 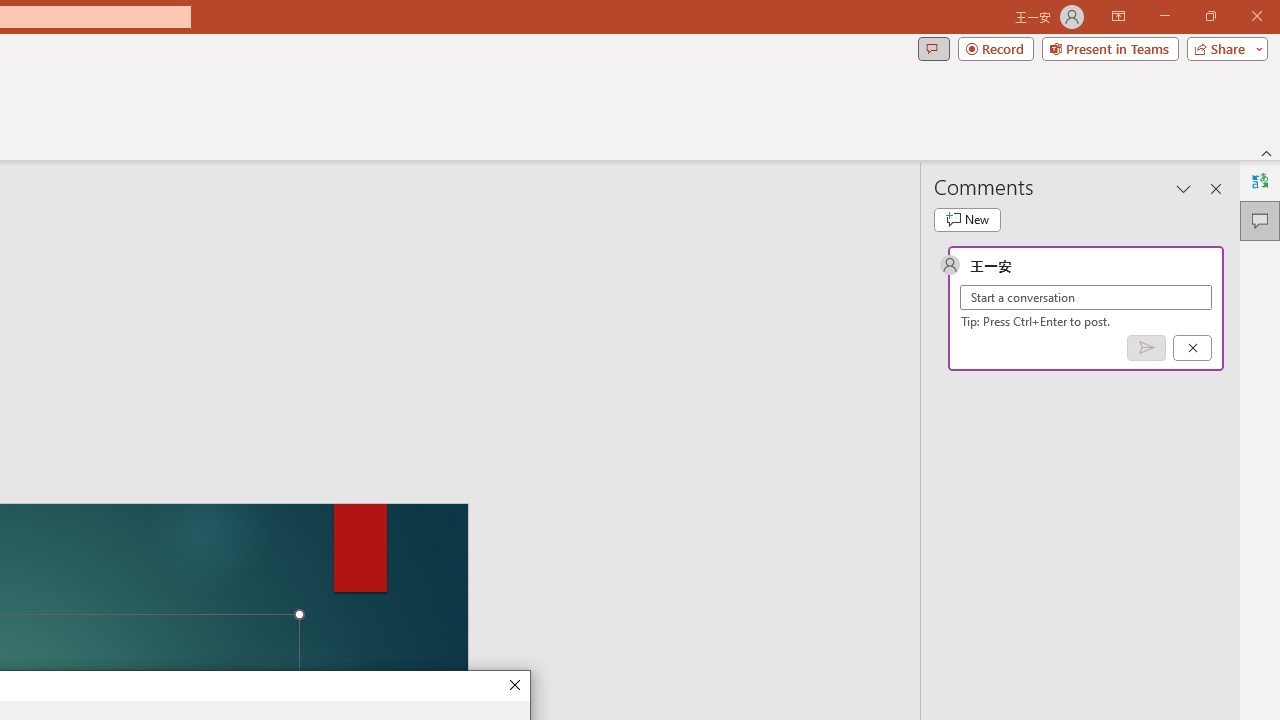 I want to click on 'Start a conversation', so click(x=1085, y=297).